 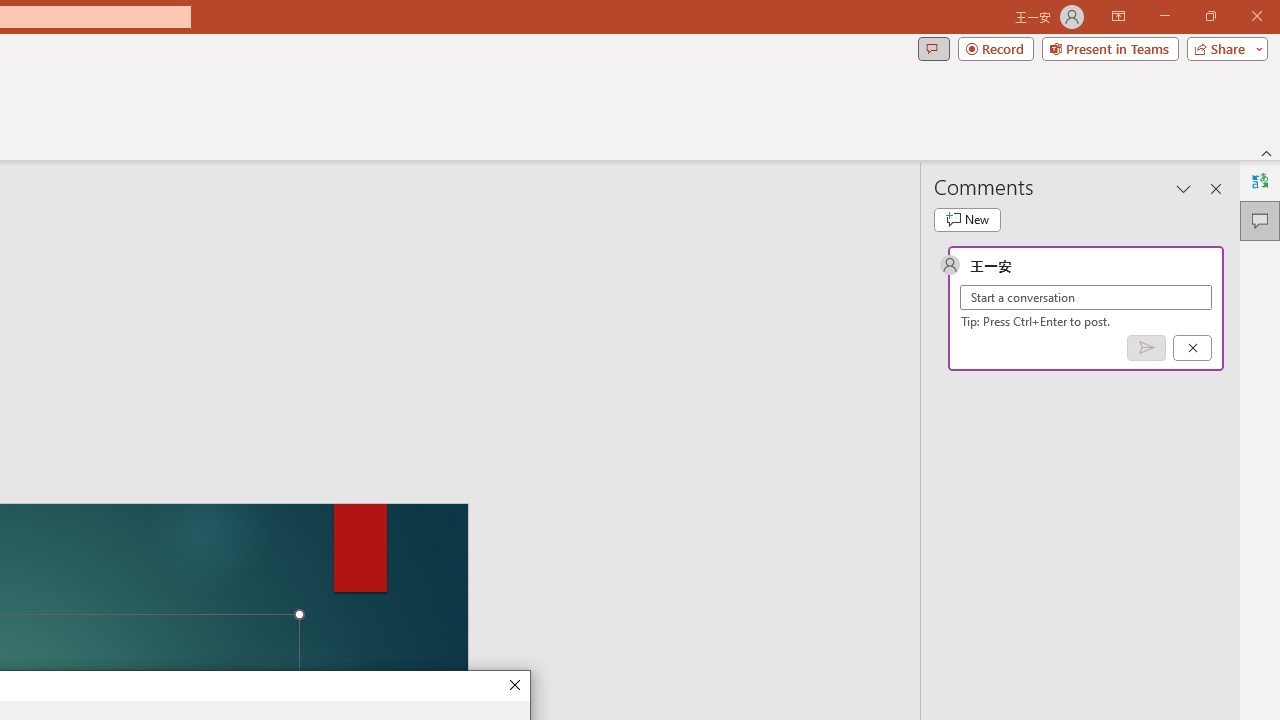 I want to click on 'Start a conversation', so click(x=1085, y=297).